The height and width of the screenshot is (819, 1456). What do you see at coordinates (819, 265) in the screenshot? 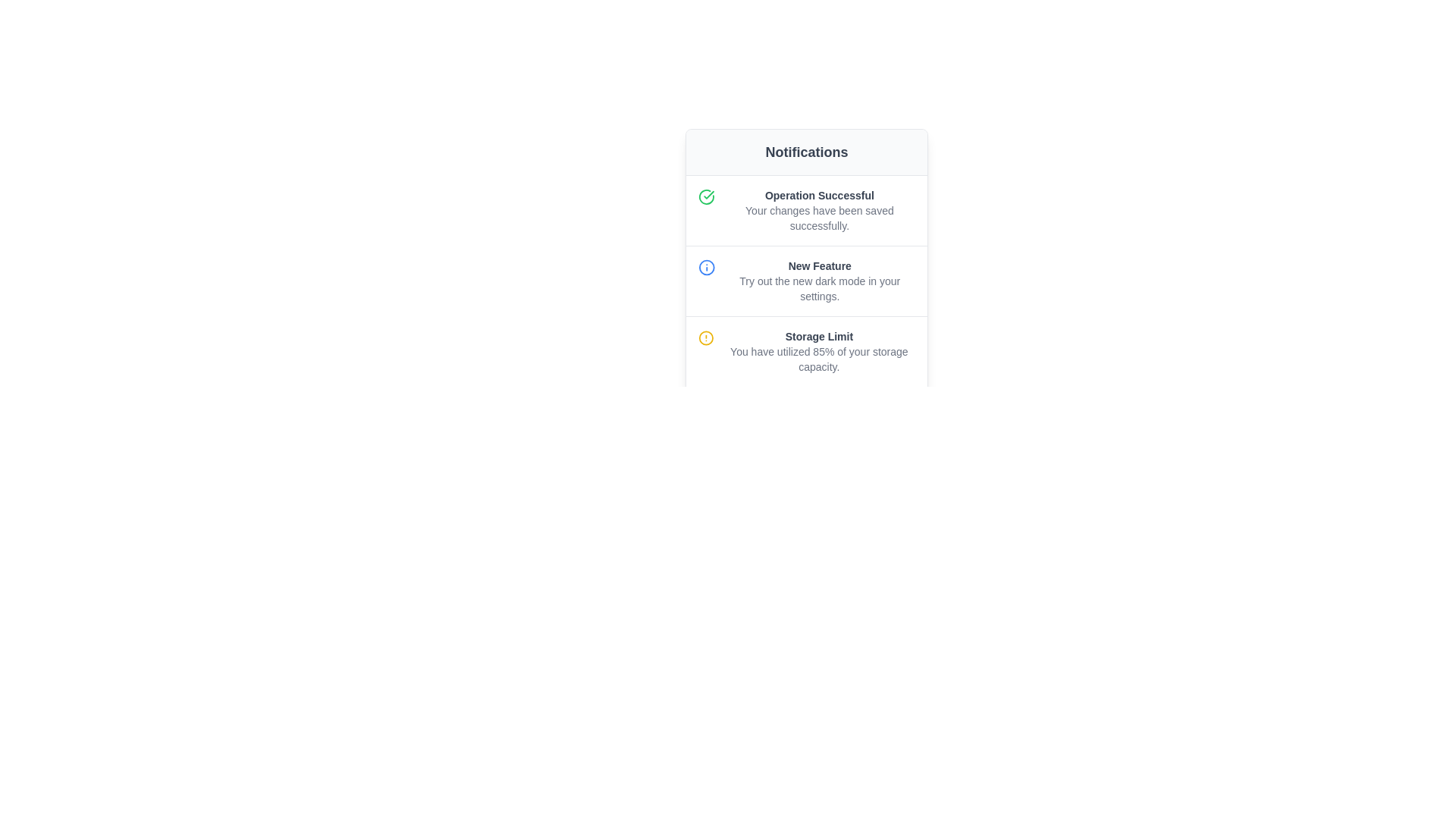
I see `the 'New Feature' text label in the second notification card of the notification list, which is styled in bold and darker gray, larger than the smaller text below it` at bounding box center [819, 265].